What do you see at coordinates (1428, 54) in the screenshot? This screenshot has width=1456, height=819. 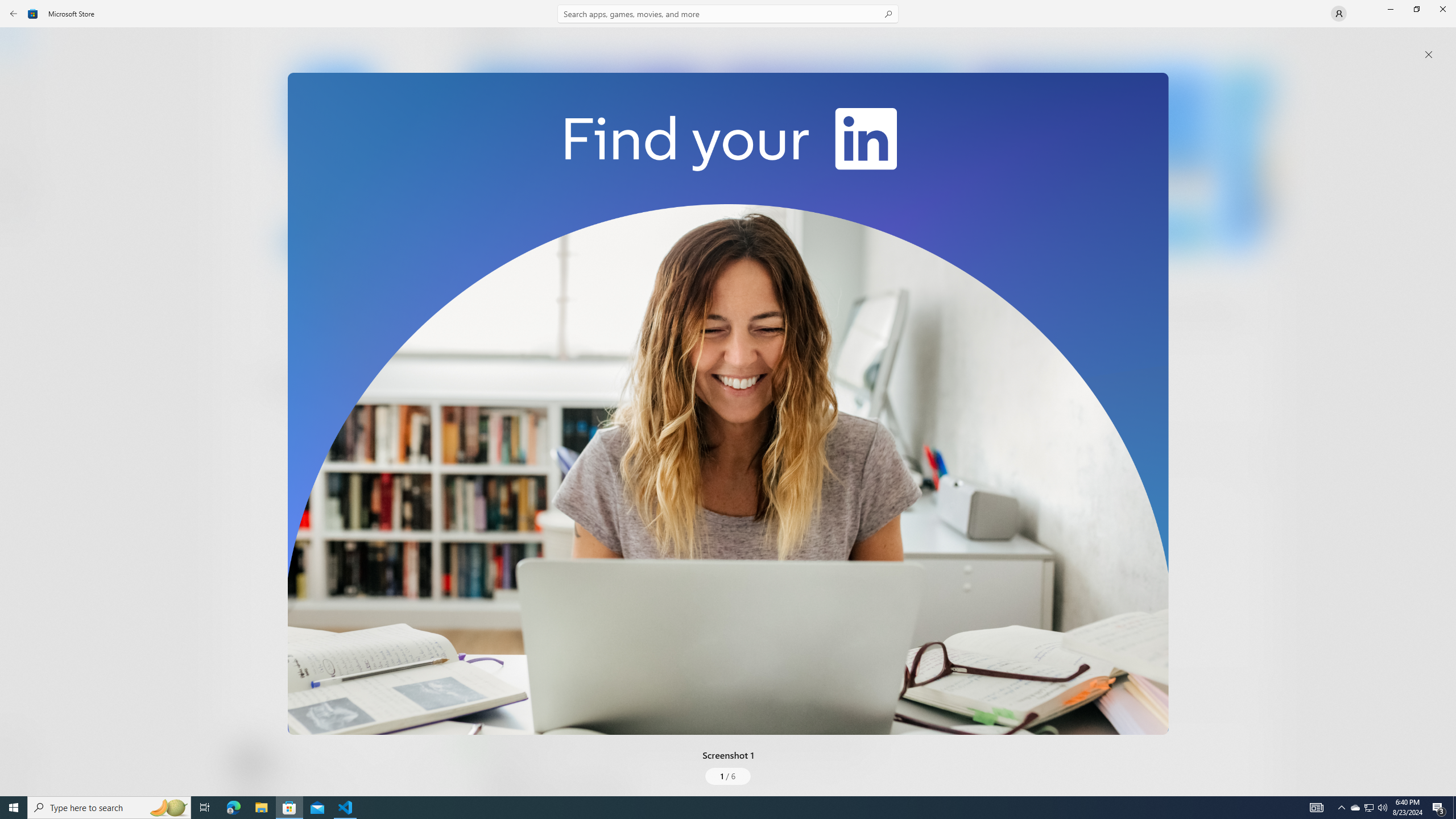 I see `'close popup window'` at bounding box center [1428, 54].